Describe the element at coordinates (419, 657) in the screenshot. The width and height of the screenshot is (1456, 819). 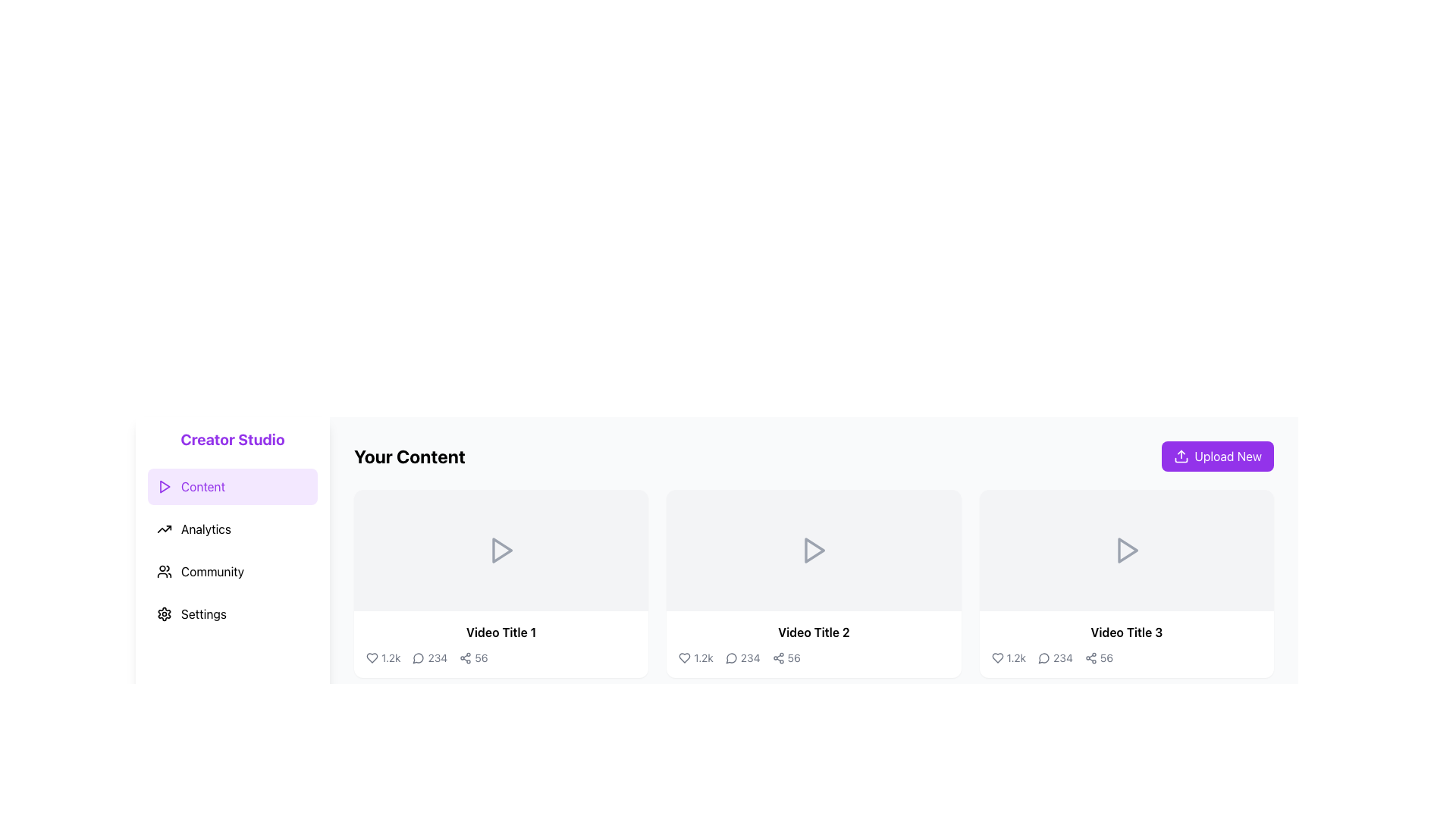
I see `the speech bubble icon located in the bottom-left of the video's details section to interact with the comments` at that location.